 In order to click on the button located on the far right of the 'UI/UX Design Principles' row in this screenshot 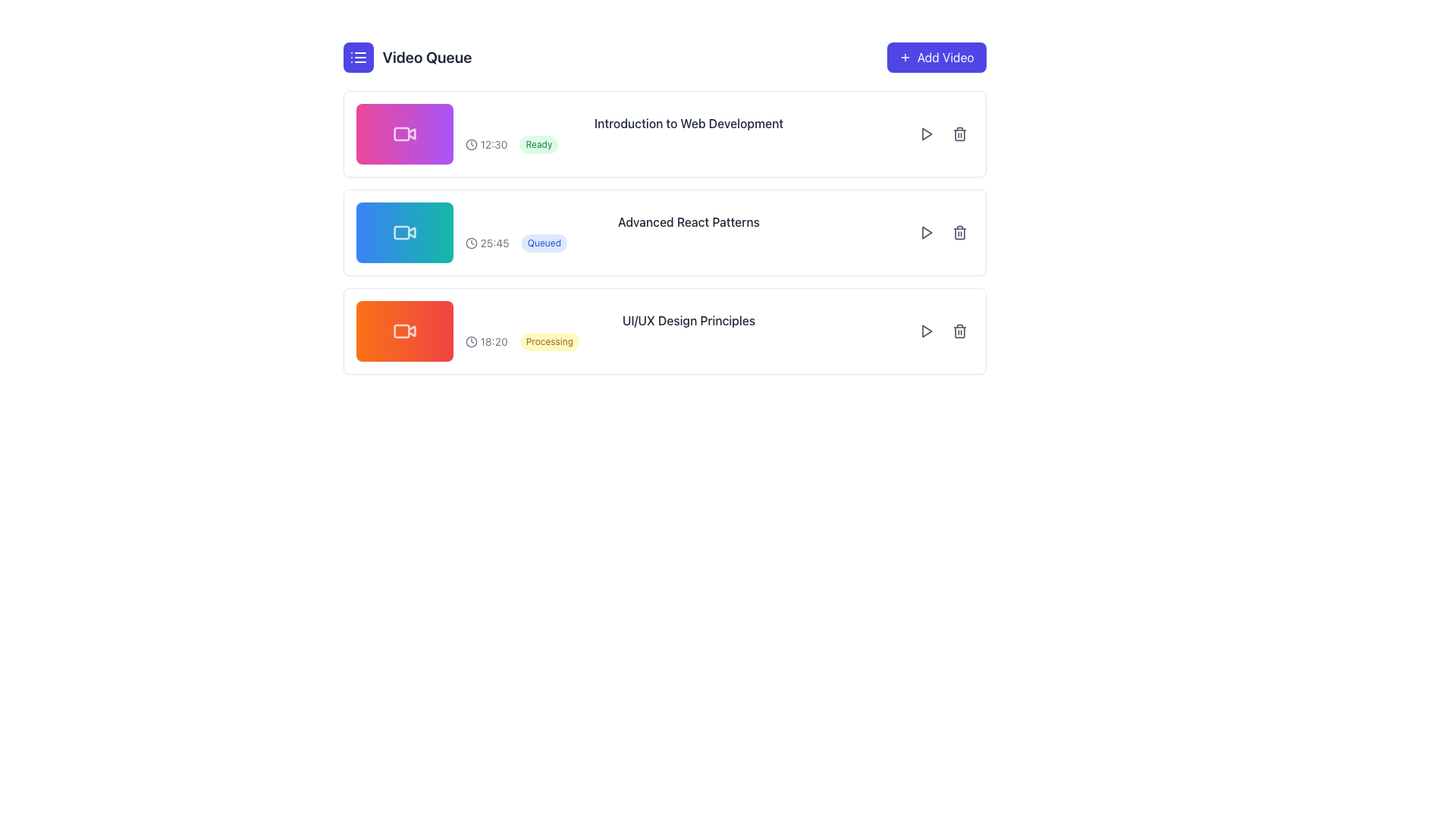, I will do `click(926, 330)`.